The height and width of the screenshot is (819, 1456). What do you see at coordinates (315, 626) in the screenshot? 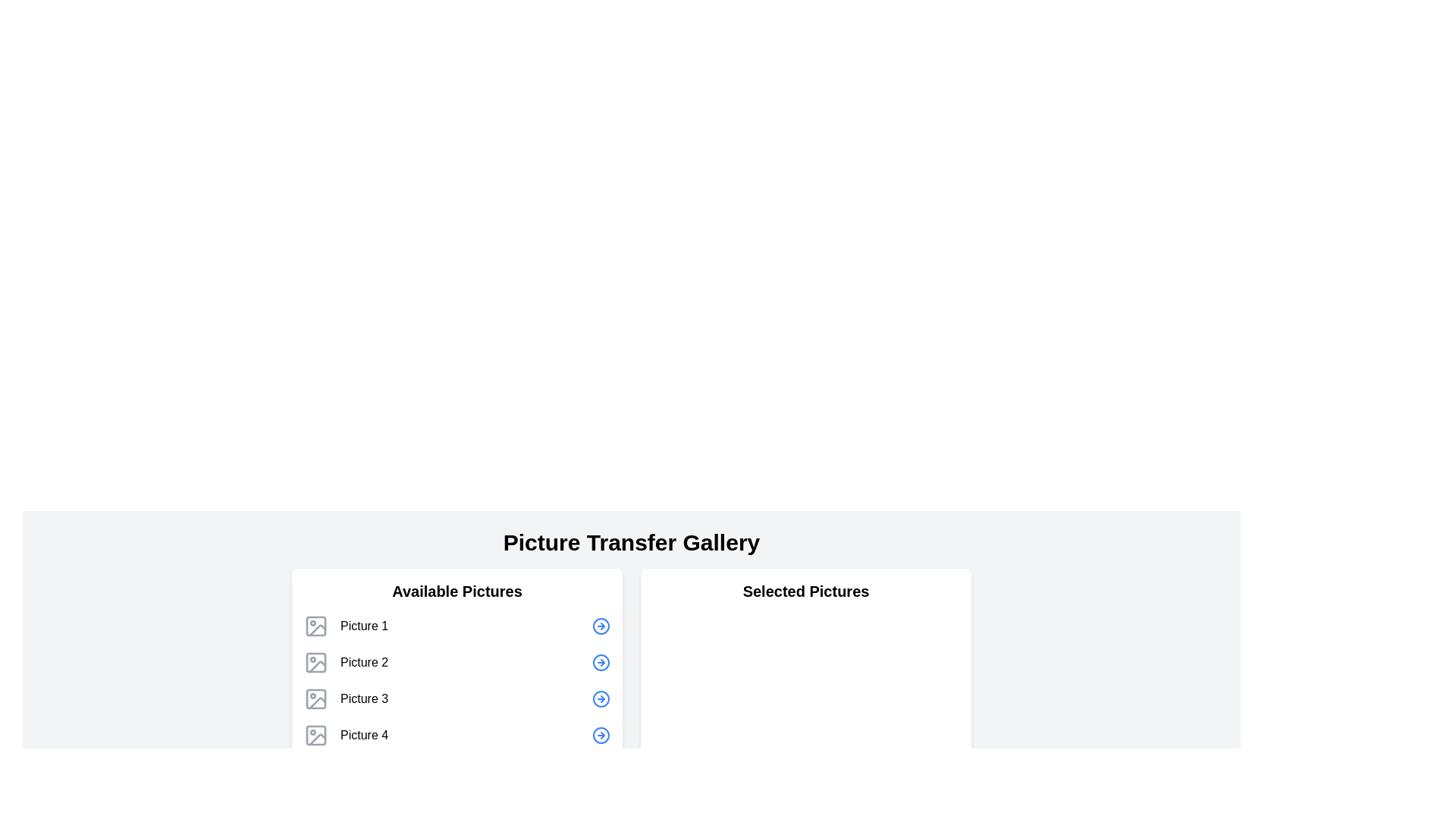
I see `the icon representing 'Picture 1' located in the 'Available Pictures' section of the interface` at bounding box center [315, 626].